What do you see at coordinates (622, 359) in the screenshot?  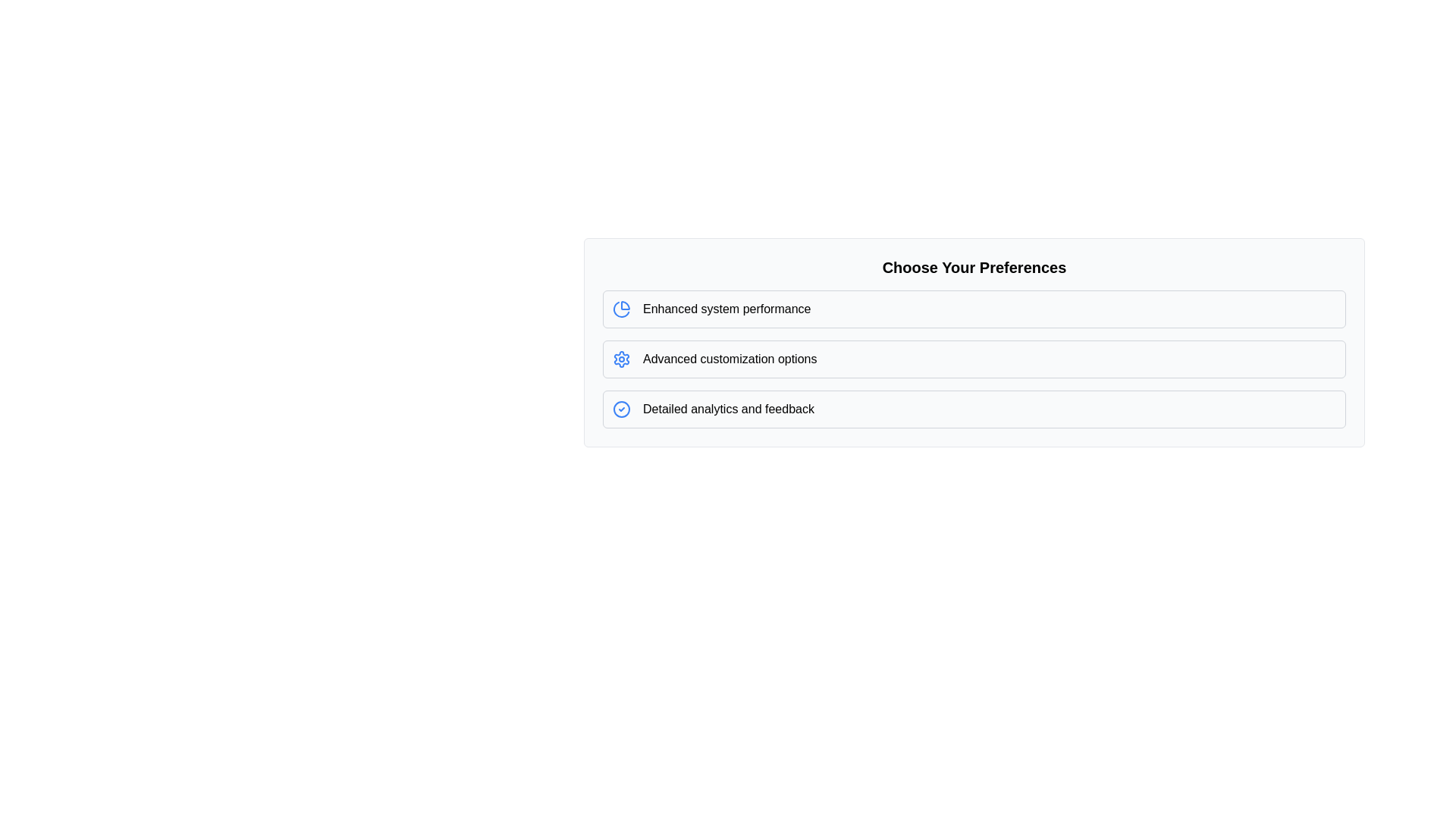 I see `the gear icon representing the settings or customization options in the 'Advanced customization options' section` at bounding box center [622, 359].